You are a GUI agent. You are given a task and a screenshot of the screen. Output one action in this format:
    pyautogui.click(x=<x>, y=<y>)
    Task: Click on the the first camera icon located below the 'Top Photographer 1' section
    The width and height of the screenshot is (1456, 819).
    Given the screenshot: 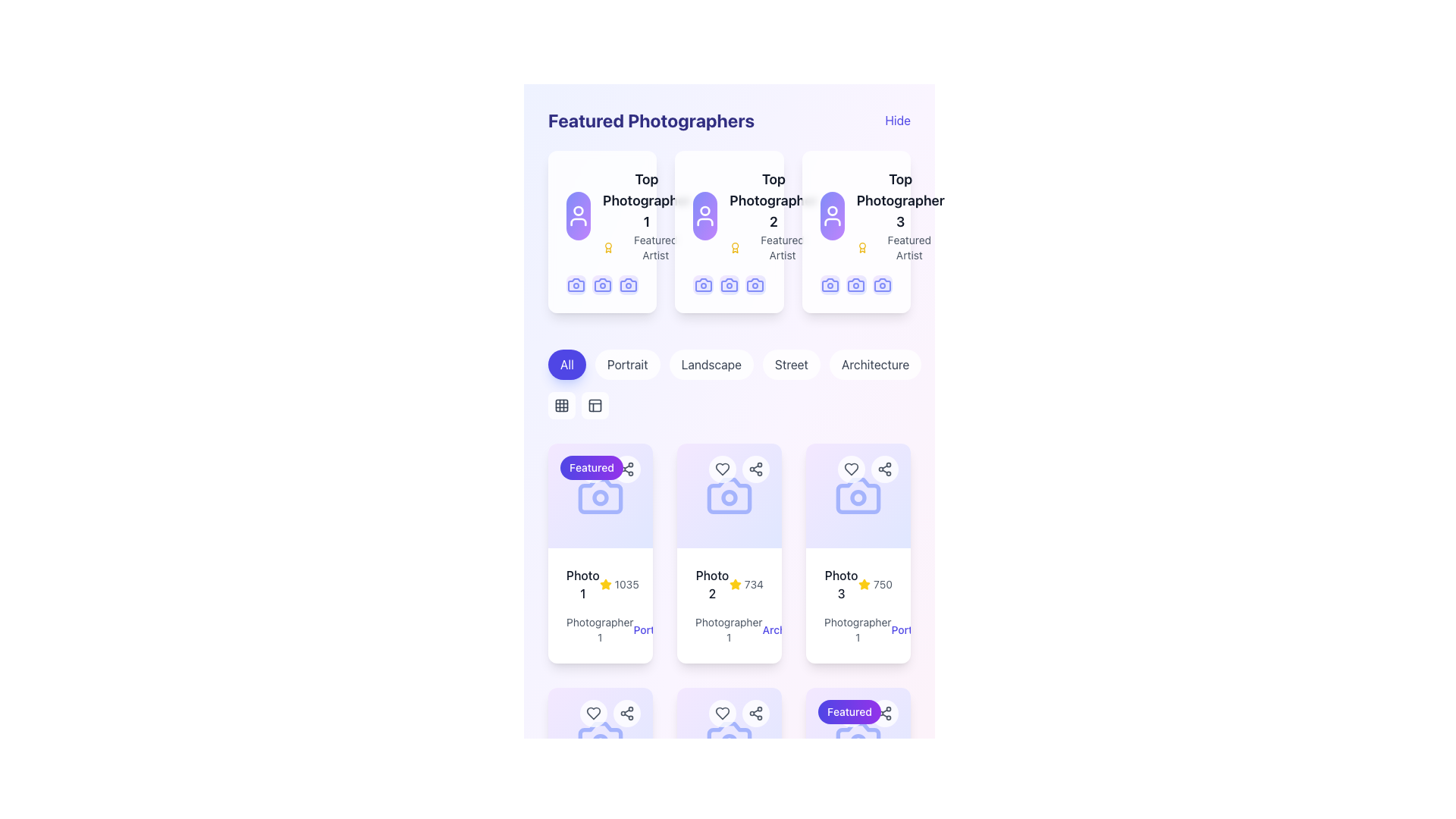 What is the action you would take?
    pyautogui.click(x=576, y=285)
    